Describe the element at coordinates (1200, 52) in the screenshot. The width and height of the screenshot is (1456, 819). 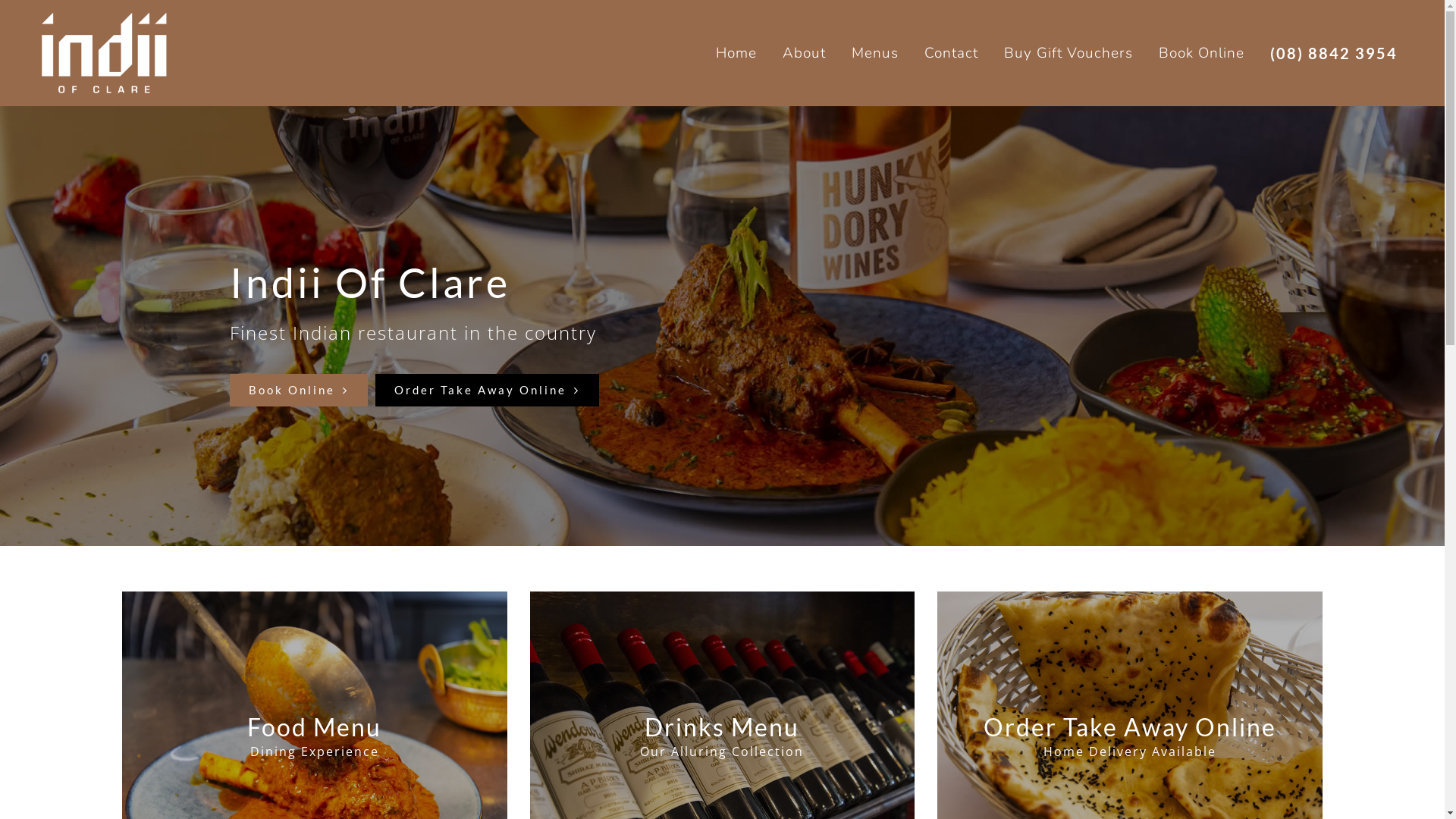
I see `'Book Online'` at that location.